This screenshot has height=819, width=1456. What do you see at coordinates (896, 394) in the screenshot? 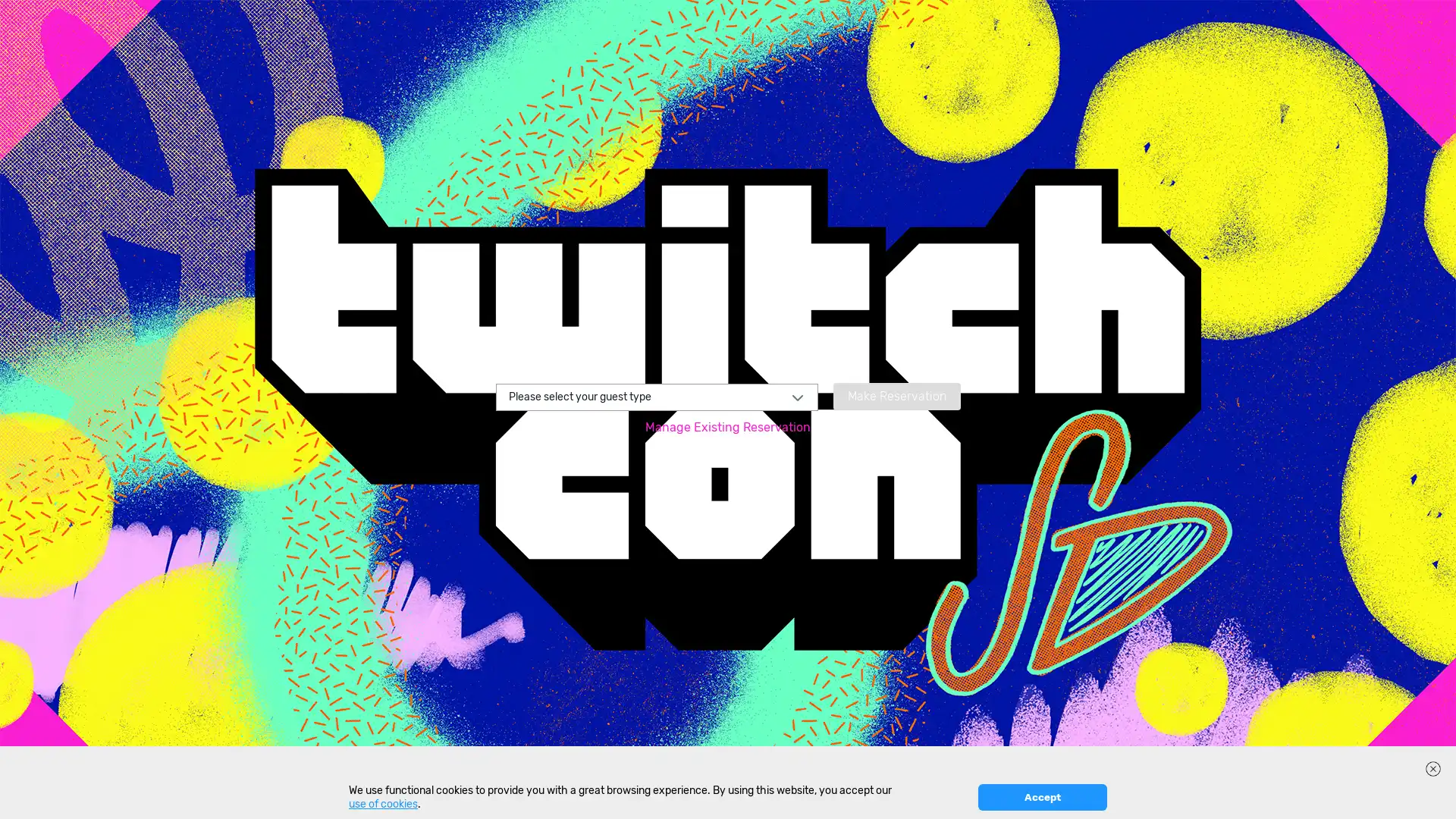
I see `Make Reservation` at bounding box center [896, 394].